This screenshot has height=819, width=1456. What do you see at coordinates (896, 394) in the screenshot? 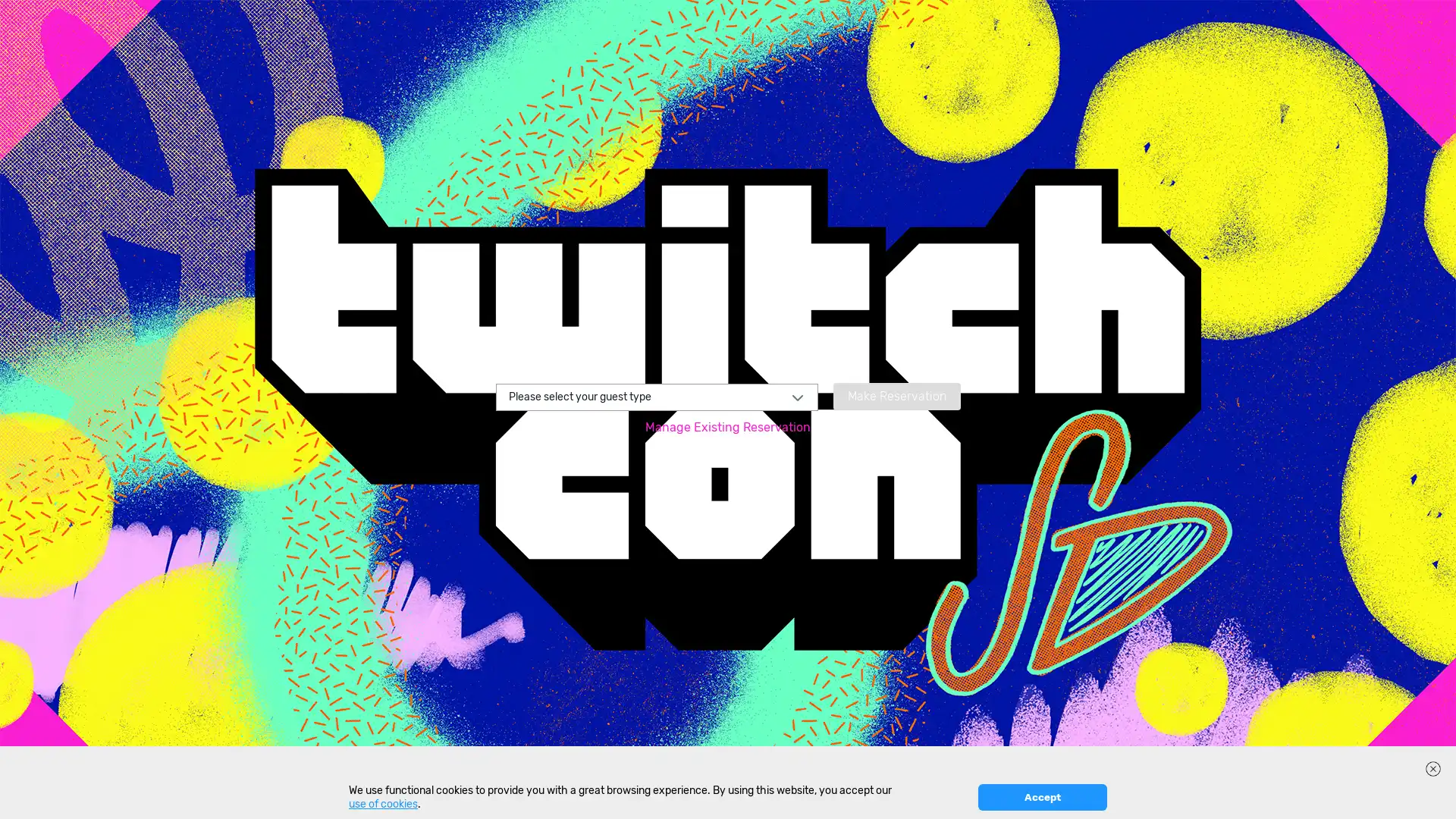
I see `Make Reservation` at bounding box center [896, 394].